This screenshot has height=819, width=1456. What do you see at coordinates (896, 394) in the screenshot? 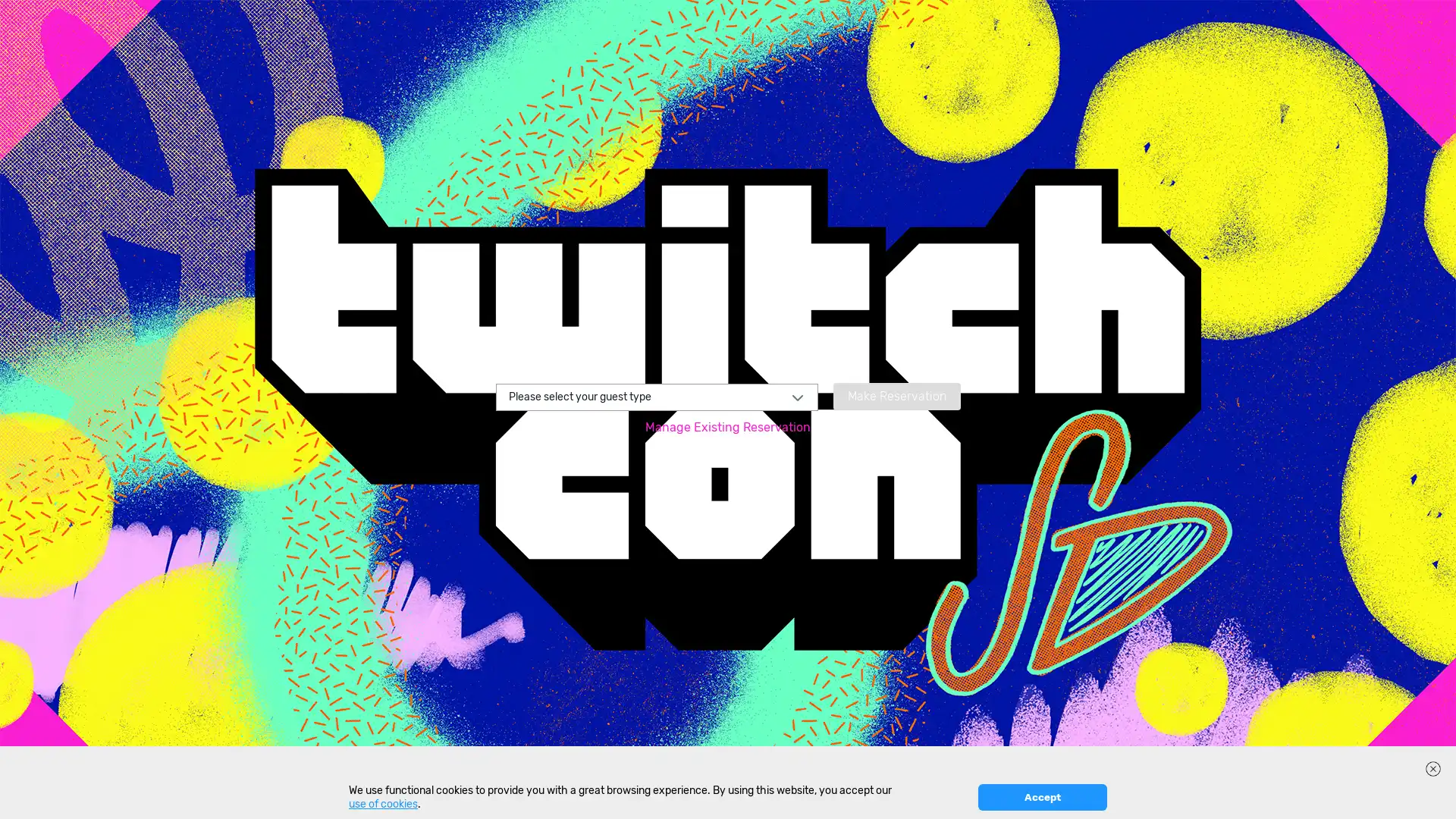
I see `Make Reservation` at bounding box center [896, 394].